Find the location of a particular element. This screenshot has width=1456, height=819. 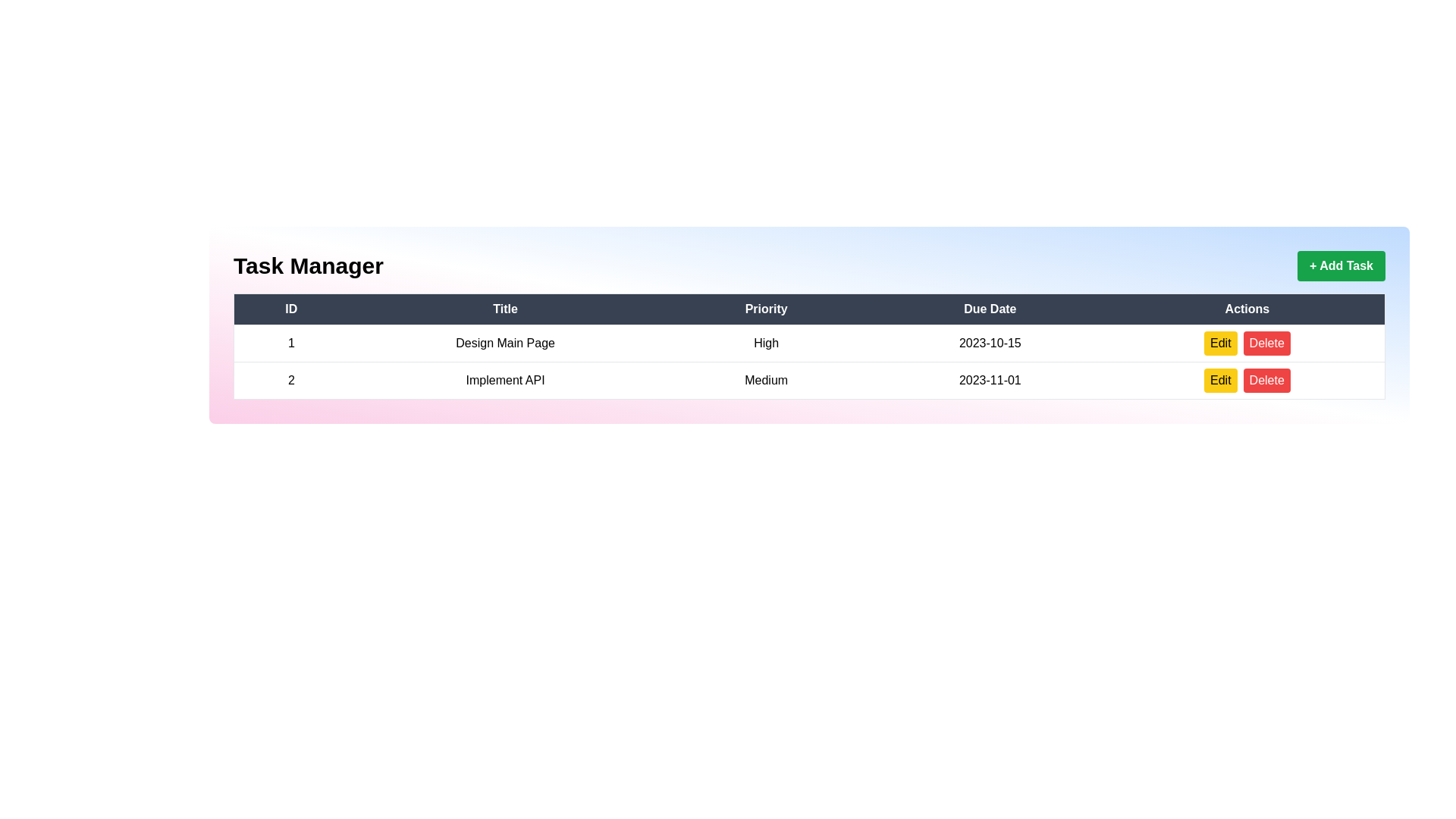

the delete button located to the right of the 'Edit' button in the 'Actions' column of the task management table is located at coordinates (1266, 343).